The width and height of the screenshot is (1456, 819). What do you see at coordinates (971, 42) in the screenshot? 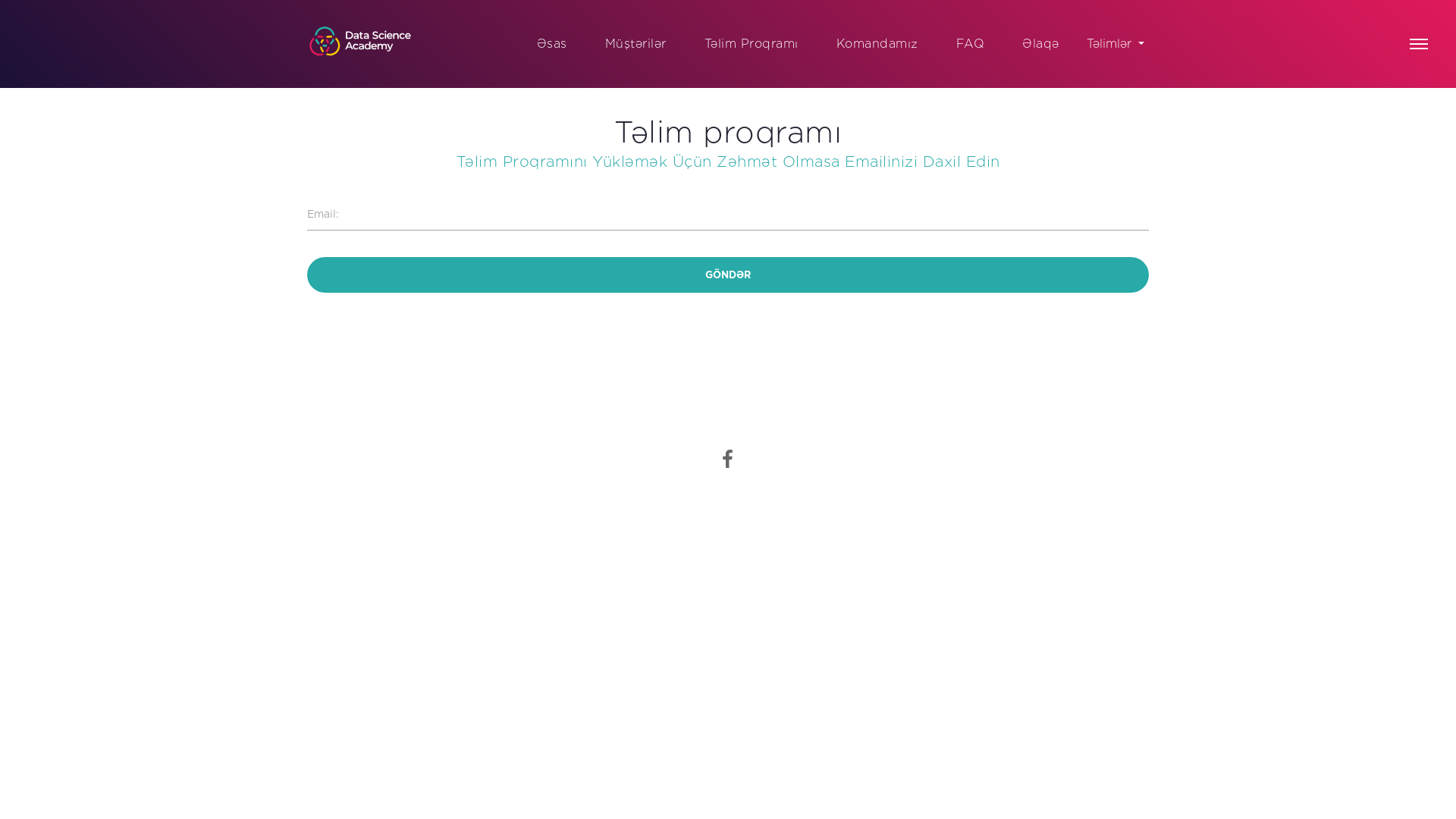
I see `'FAQ'` at bounding box center [971, 42].